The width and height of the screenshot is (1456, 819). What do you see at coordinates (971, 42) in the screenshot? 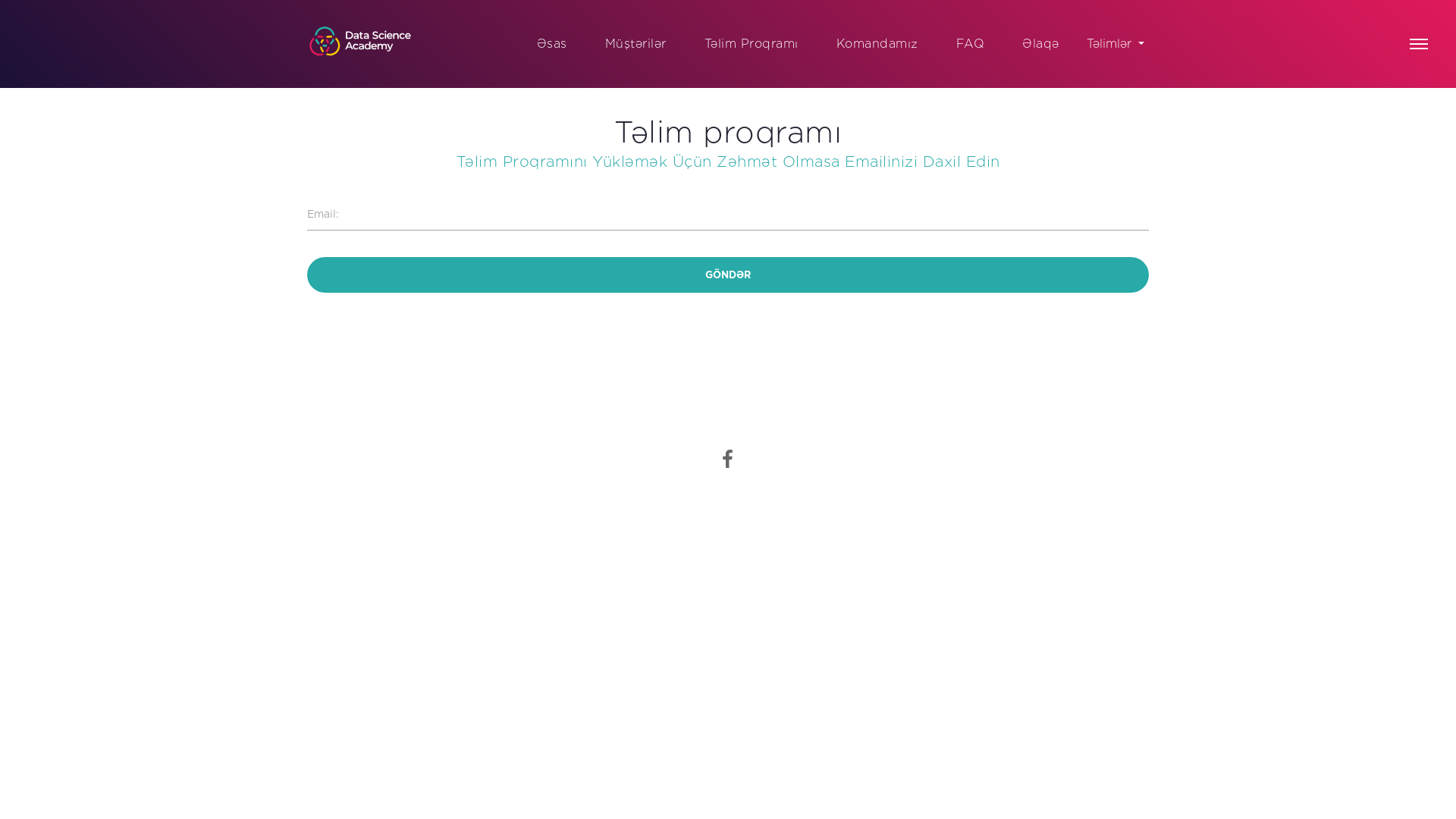
I see `'FAQ'` at bounding box center [971, 42].